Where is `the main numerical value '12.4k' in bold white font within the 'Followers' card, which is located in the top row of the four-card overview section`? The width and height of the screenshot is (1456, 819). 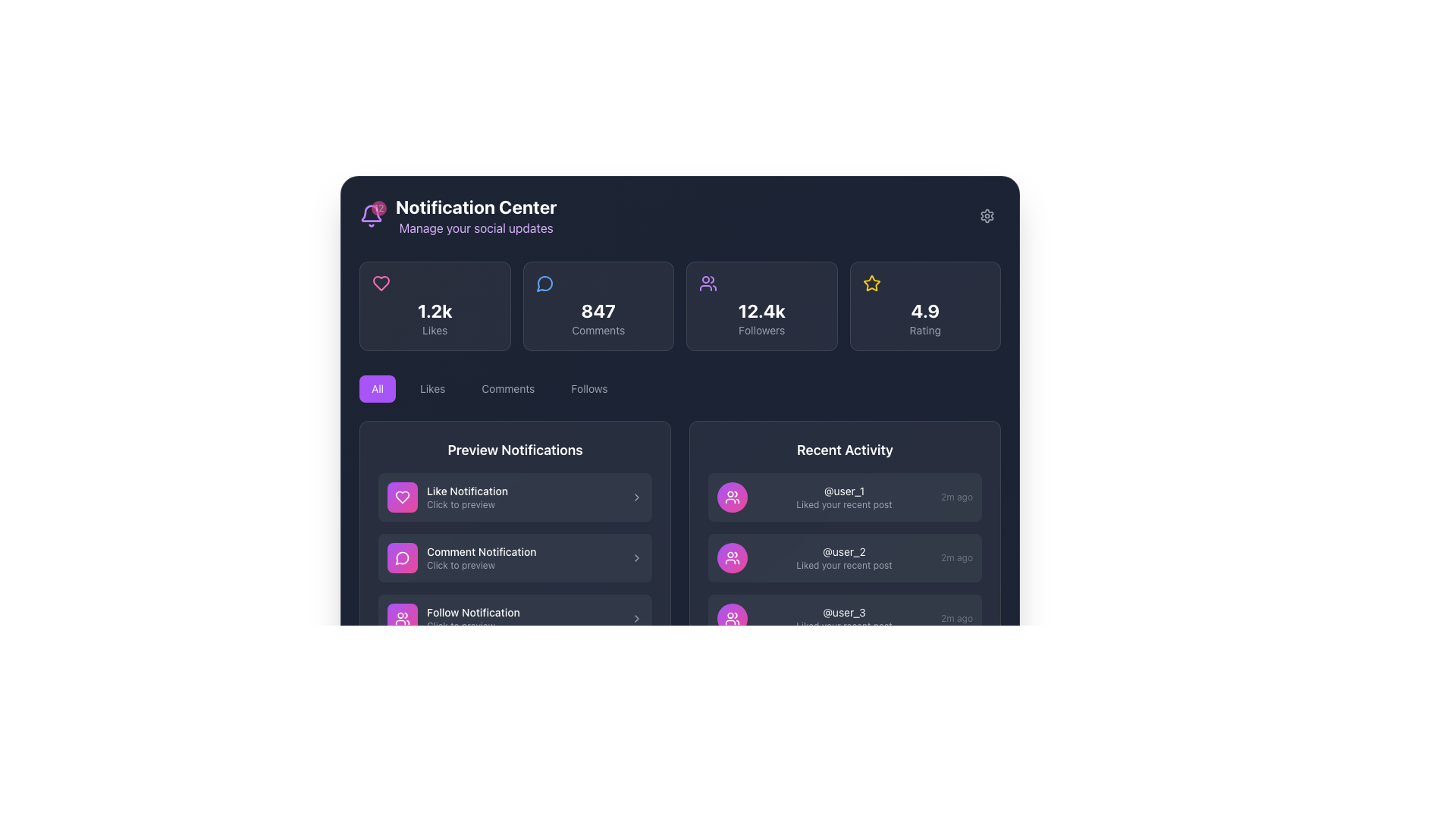 the main numerical value '12.4k' in bold white font within the 'Followers' card, which is located in the top row of the four-card overview section is located at coordinates (761, 309).